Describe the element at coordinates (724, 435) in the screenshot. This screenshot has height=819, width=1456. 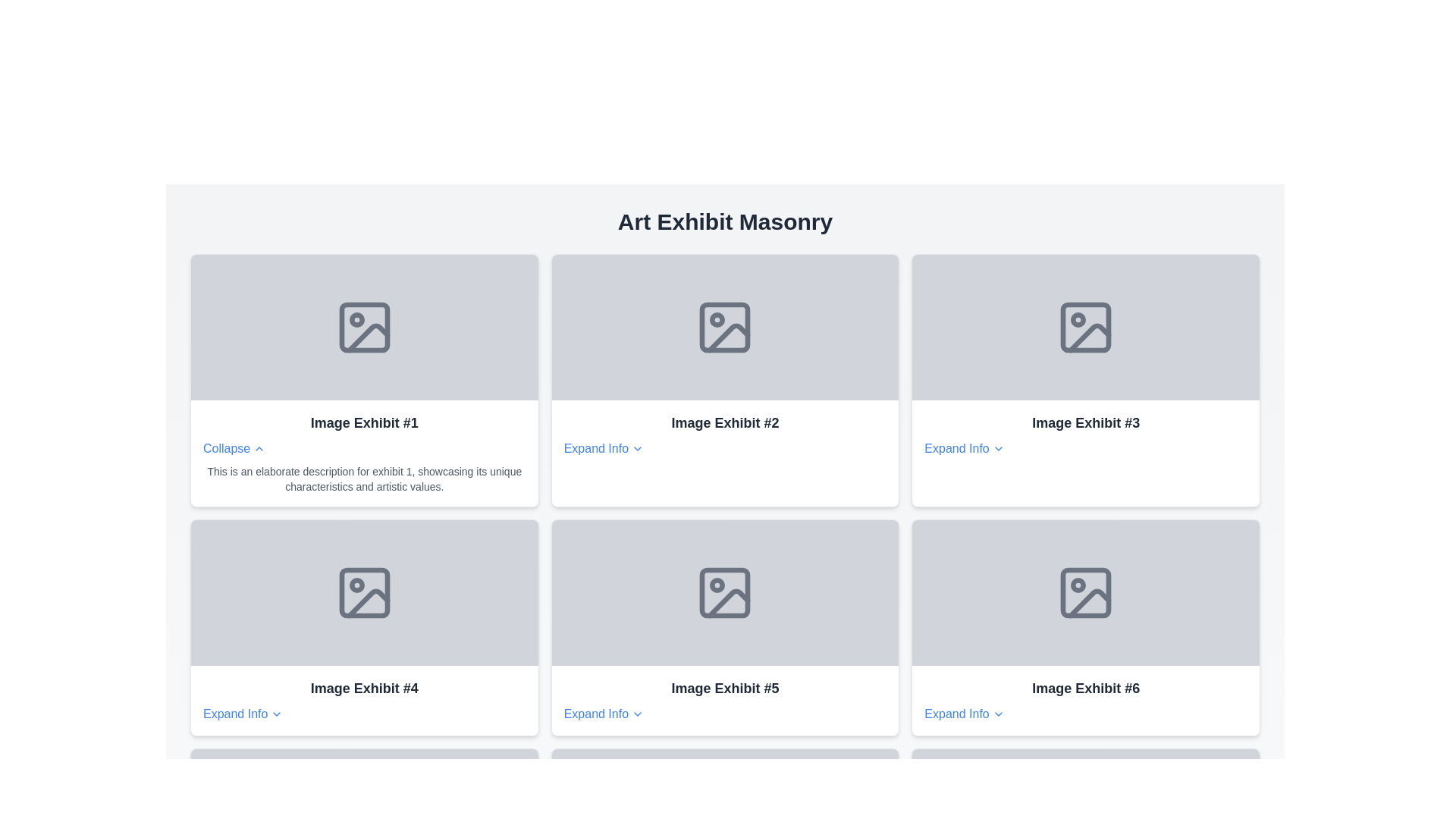
I see `the composite UI element containing the heading 'Image Exhibit #2' and the hyperlink 'Expand Info'` at that location.